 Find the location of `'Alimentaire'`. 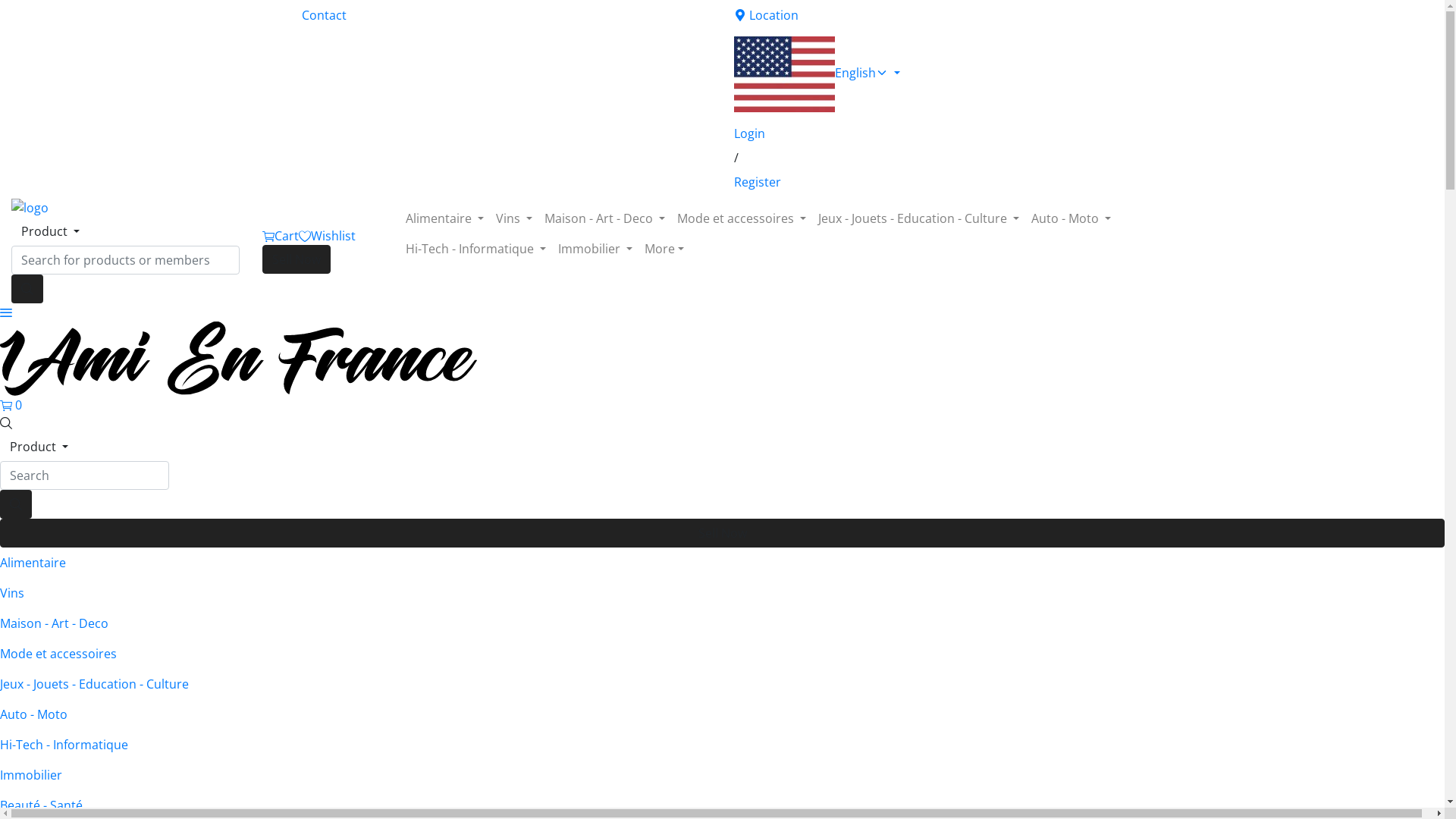

'Alimentaire' is located at coordinates (721, 562).